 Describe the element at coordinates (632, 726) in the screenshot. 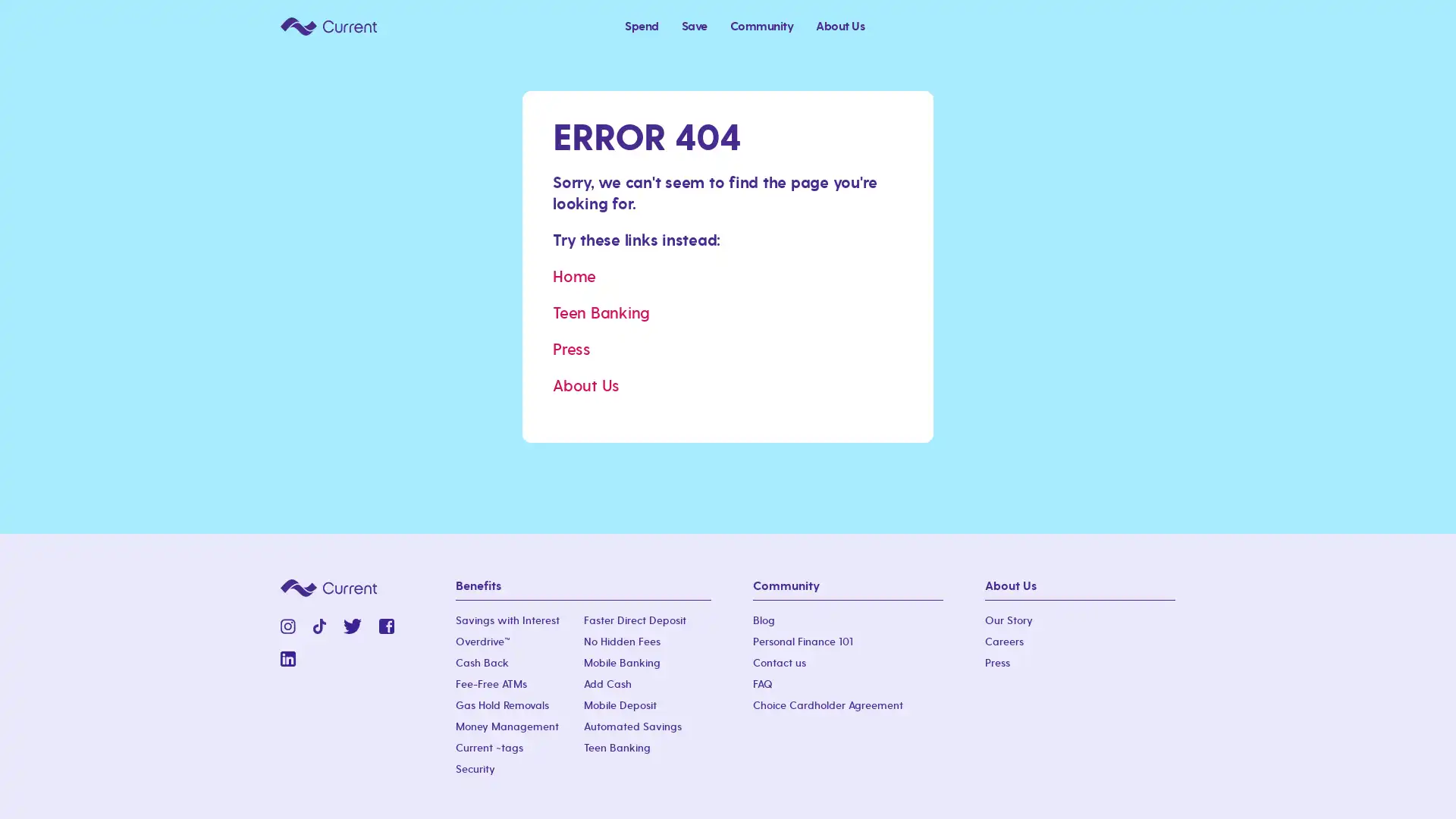

I see `Automated Savings` at that location.